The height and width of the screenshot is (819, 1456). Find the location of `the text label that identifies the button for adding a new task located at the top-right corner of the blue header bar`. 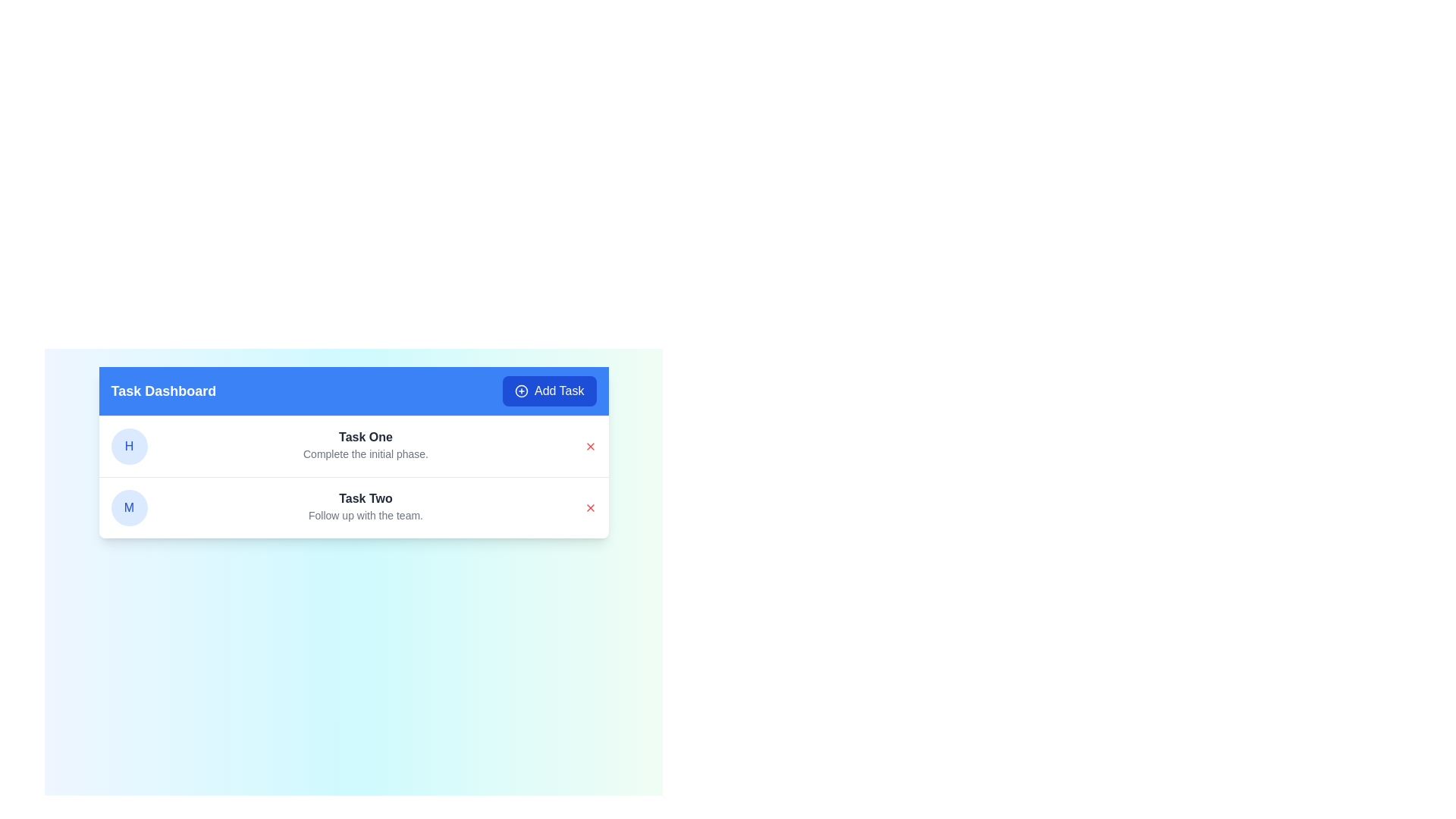

the text label that identifies the button for adding a new task located at the top-right corner of the blue header bar is located at coordinates (558, 391).